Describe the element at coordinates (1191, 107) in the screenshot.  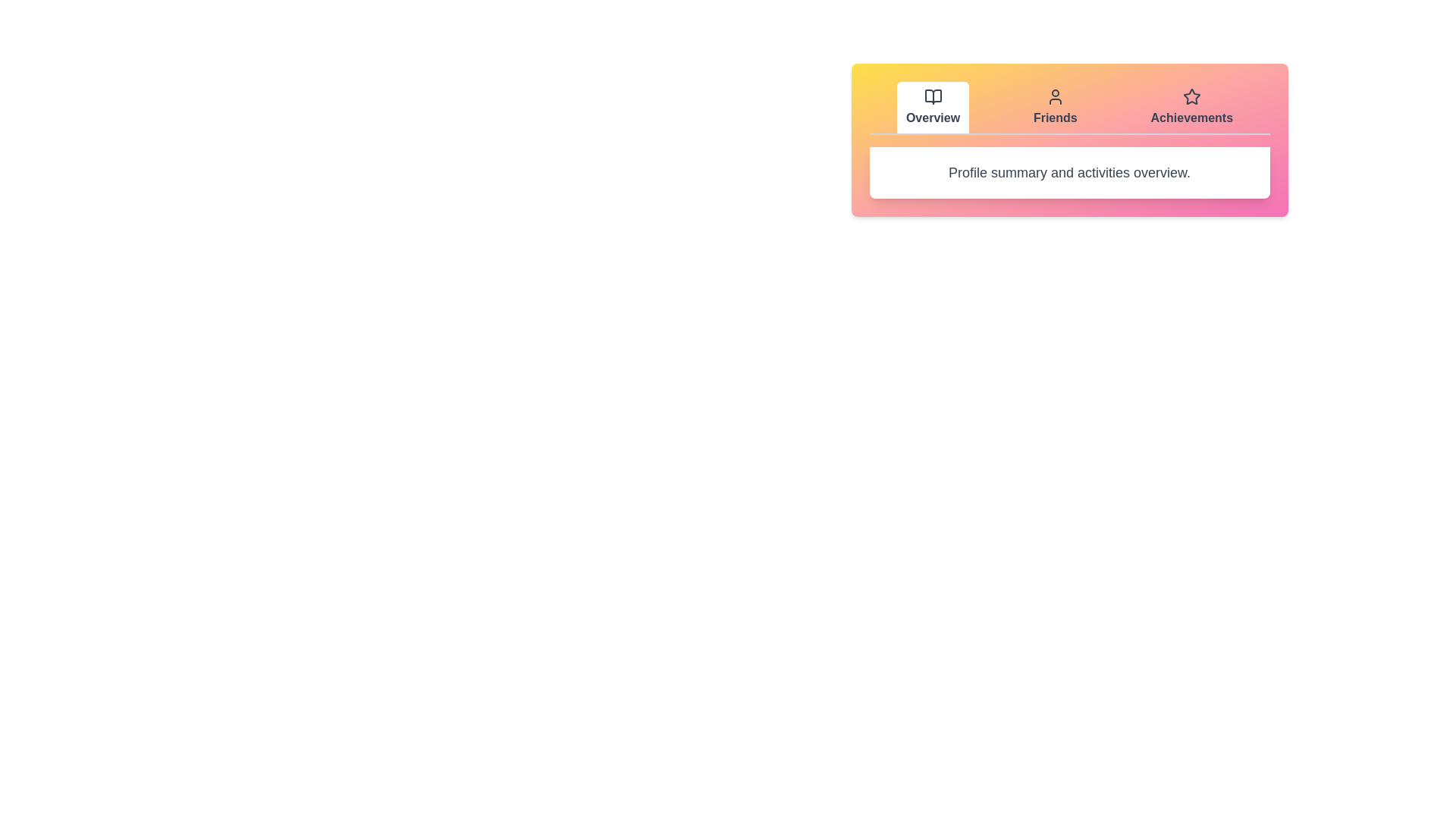
I see `the Achievements tab` at that location.